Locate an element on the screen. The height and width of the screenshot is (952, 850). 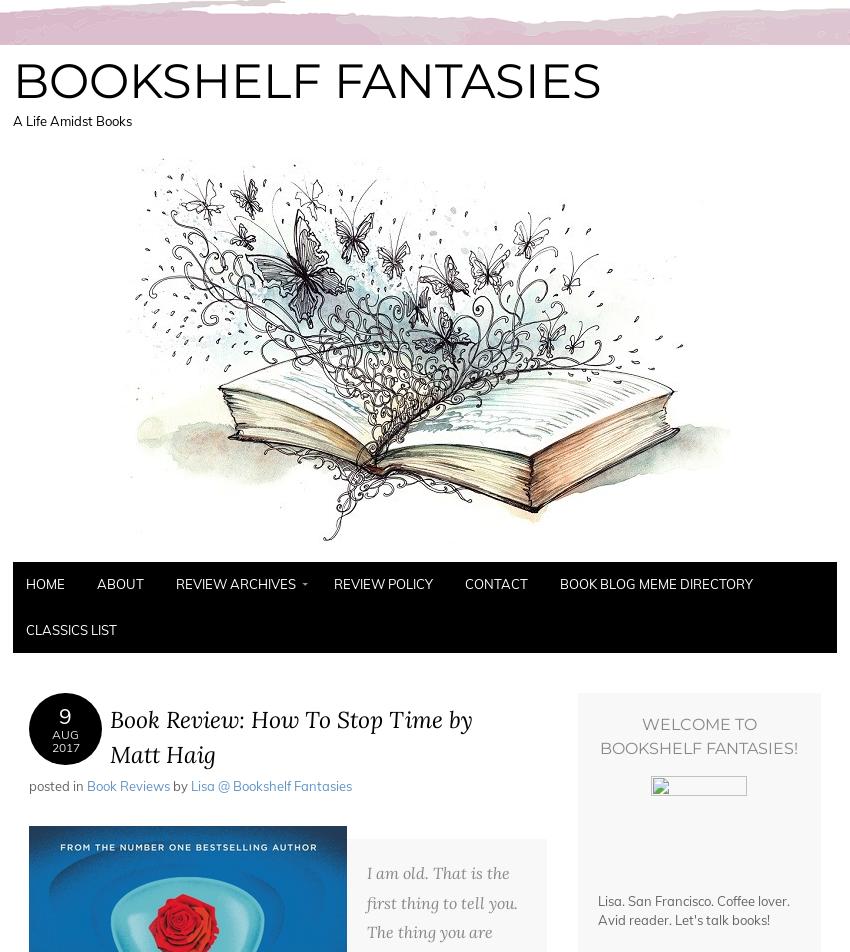
'Book Reviews' is located at coordinates (128, 785).